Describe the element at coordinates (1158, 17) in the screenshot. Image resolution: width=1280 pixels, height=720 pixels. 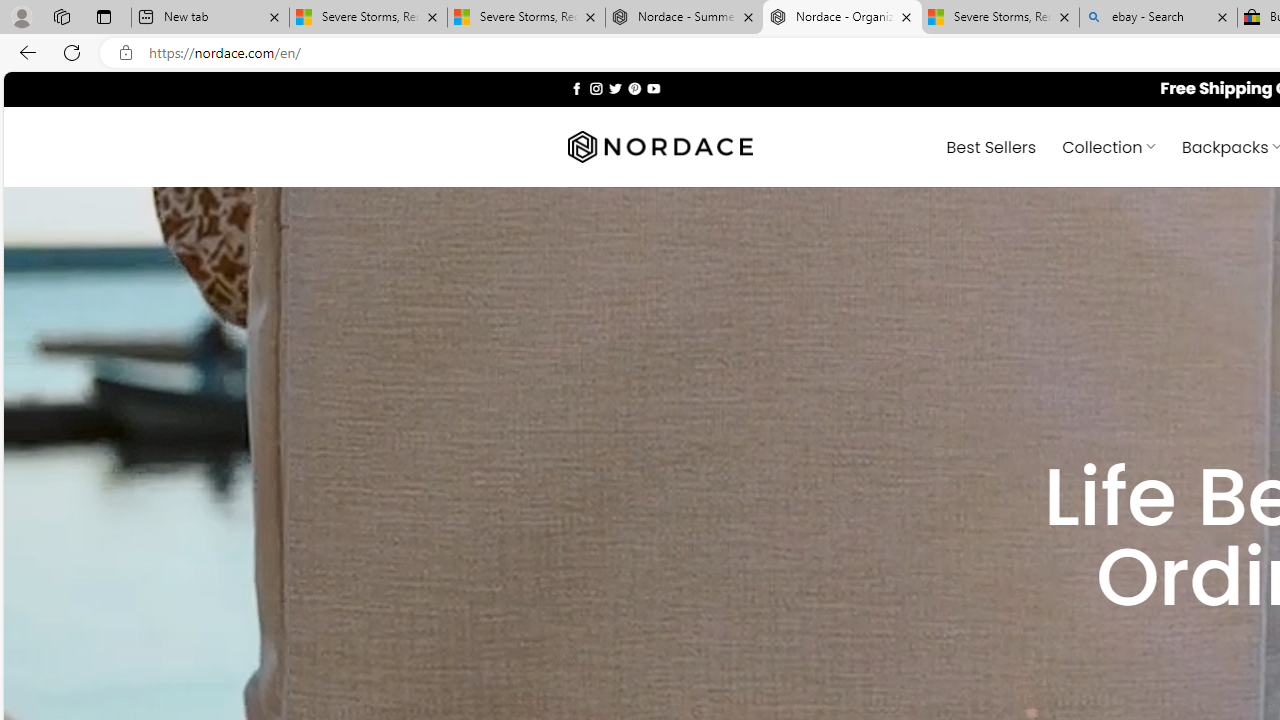
I see `'ebay - Search'` at that location.